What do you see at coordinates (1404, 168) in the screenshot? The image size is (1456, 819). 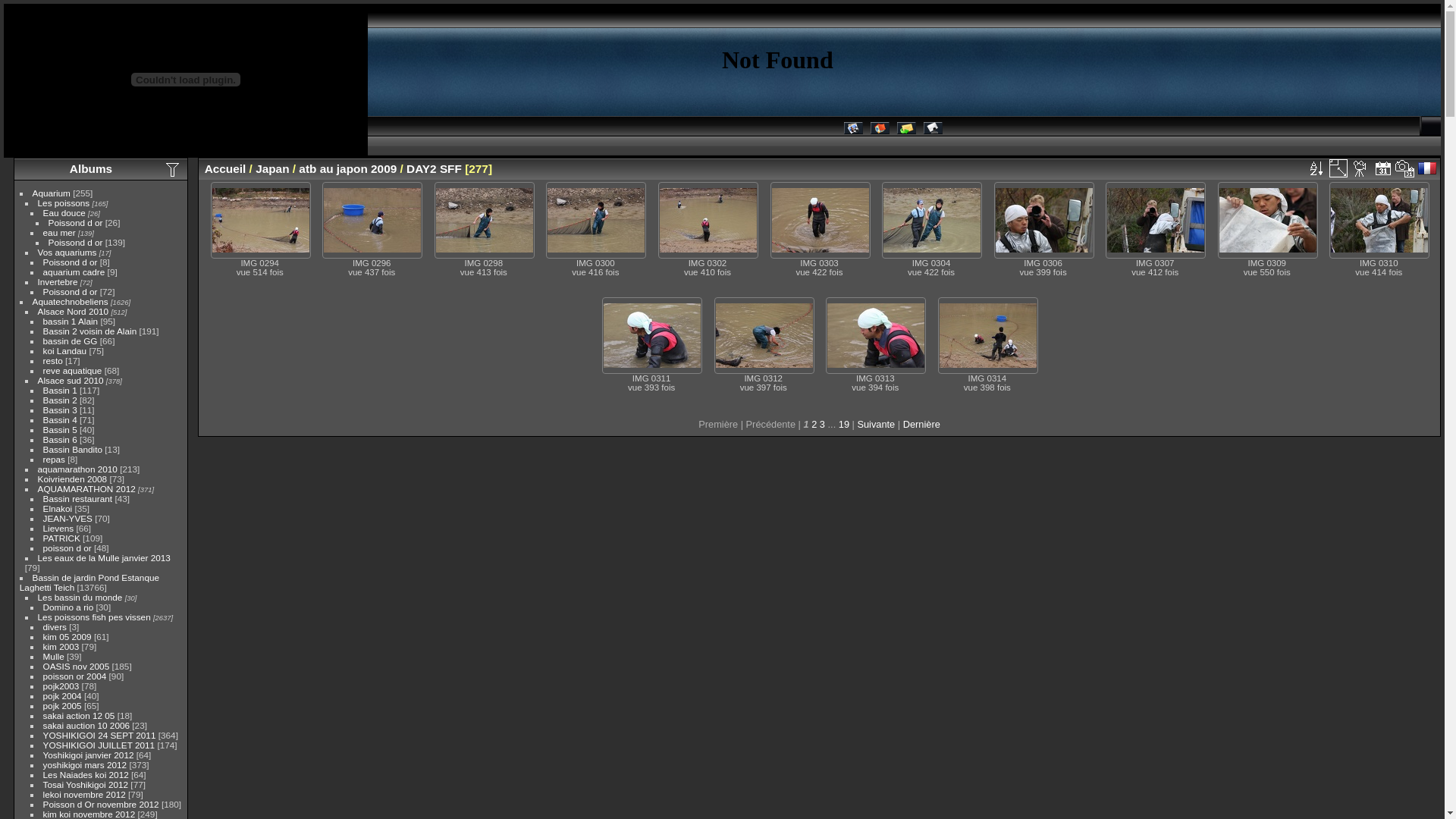 I see `' '` at bounding box center [1404, 168].